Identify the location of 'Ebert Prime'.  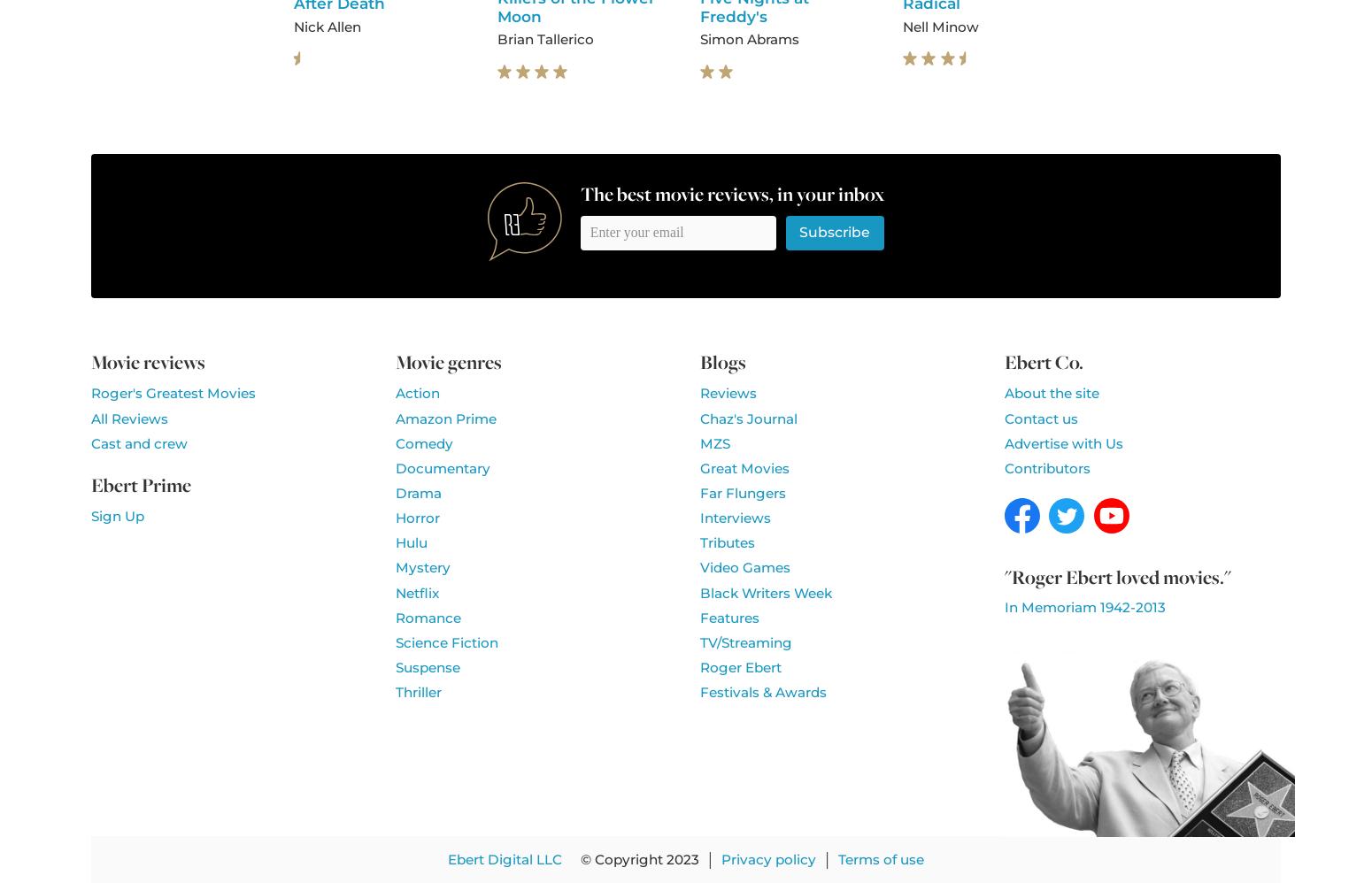
(140, 484).